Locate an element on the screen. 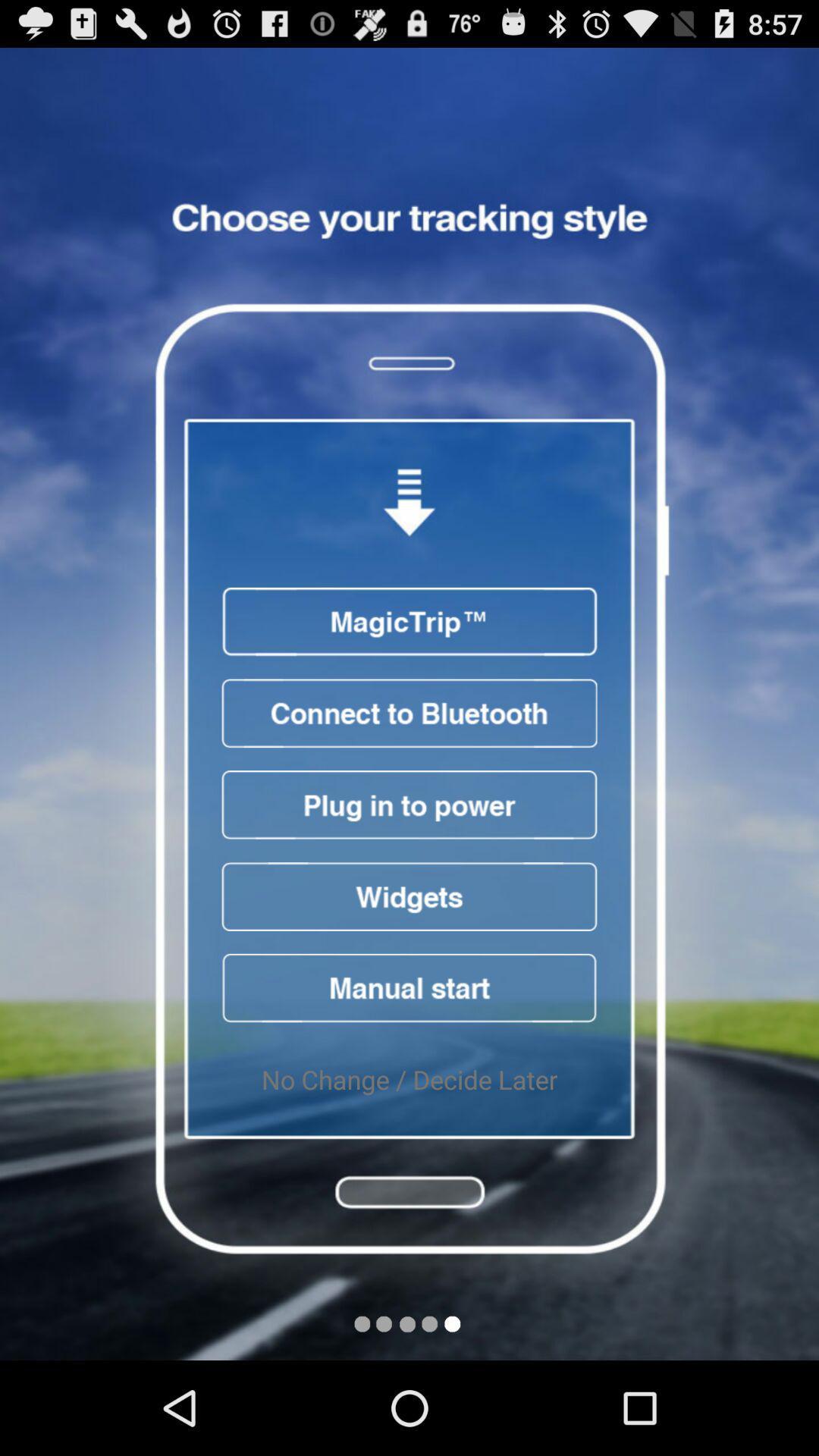  start manually is located at coordinates (409, 988).